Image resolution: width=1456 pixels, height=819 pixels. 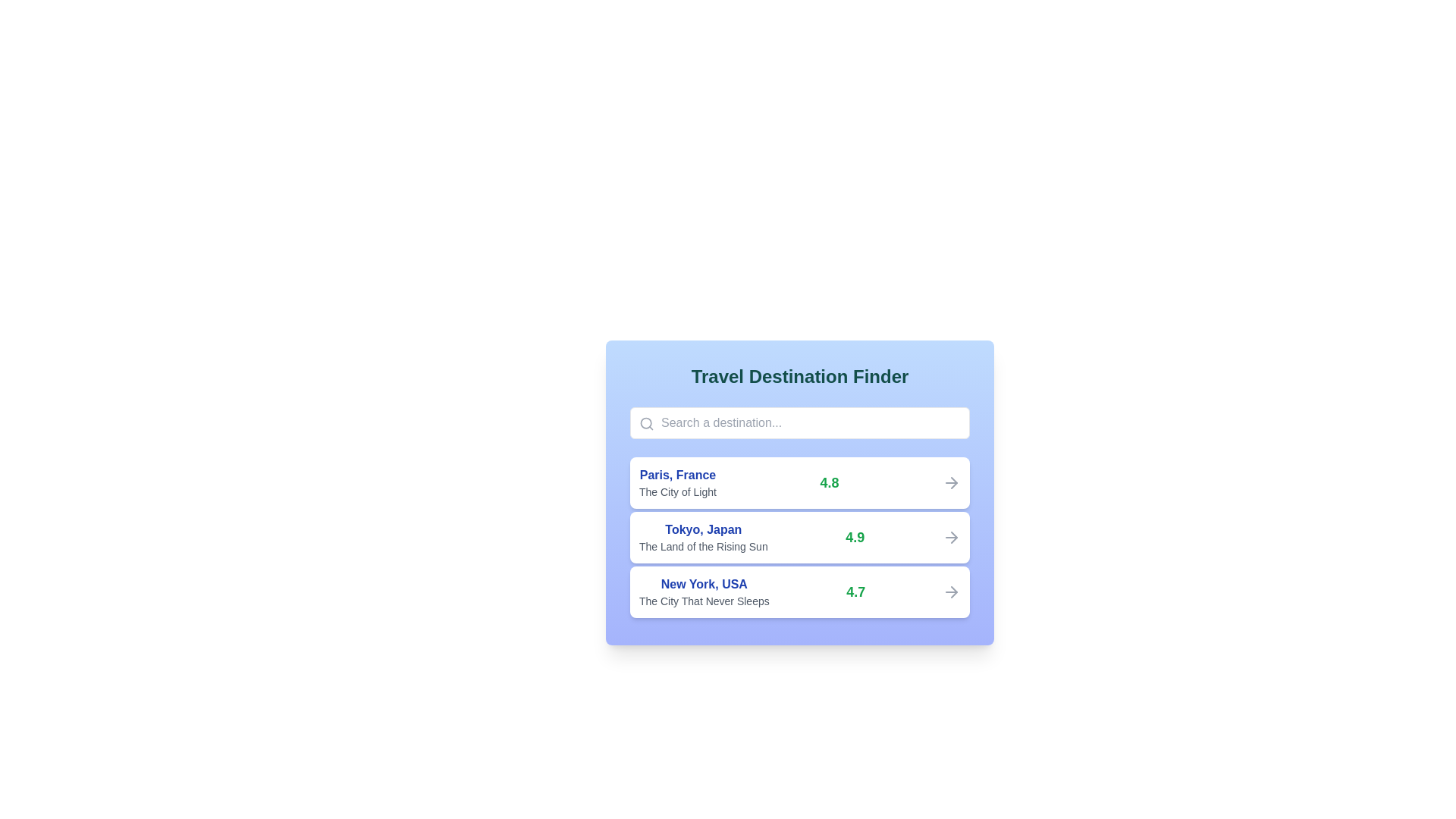 I want to click on the small triangular rightward arrowhead icon located near the right side of the second list item 'Tokyo, Japan', so click(x=953, y=537).